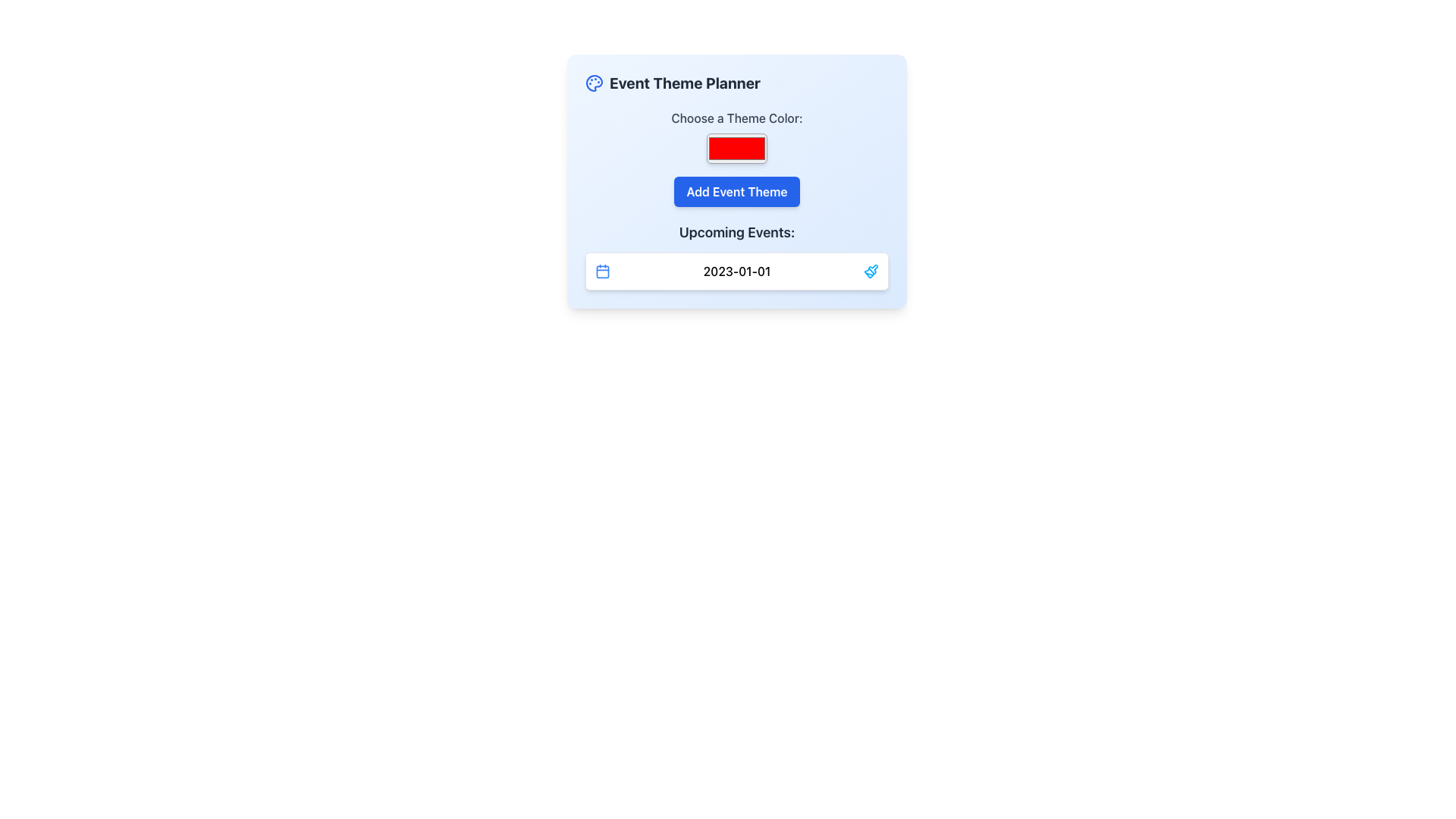  Describe the element at coordinates (593, 83) in the screenshot. I see `the palette icon with a blue outline and colored circles, located in the header section labeled 'Event Theme Planner.'` at that location.